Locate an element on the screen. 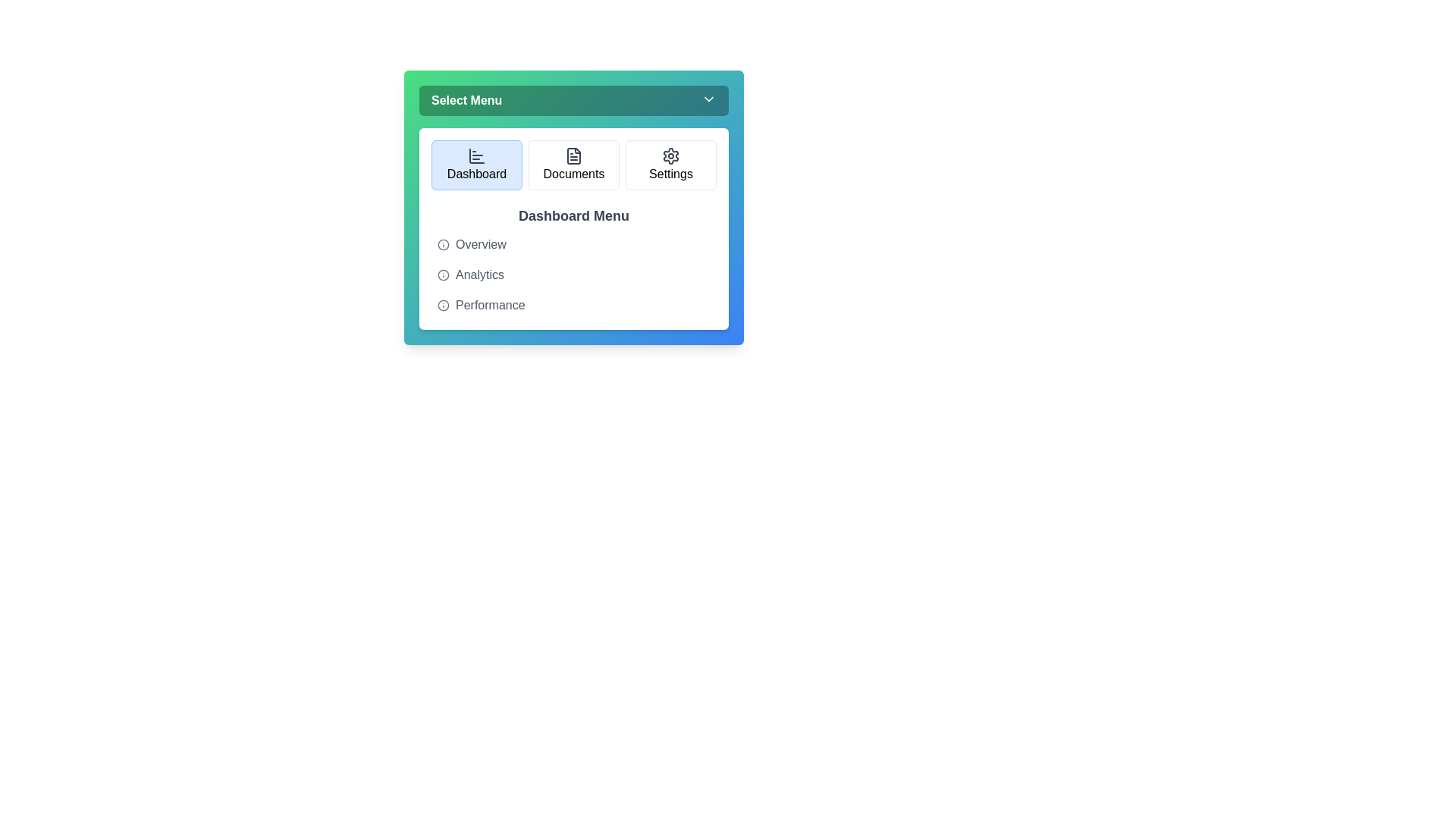 The height and width of the screenshot is (819, 1456). the decorative icon within the 'Documents' button, which enhances navigation to the documents-related section is located at coordinates (573, 155).